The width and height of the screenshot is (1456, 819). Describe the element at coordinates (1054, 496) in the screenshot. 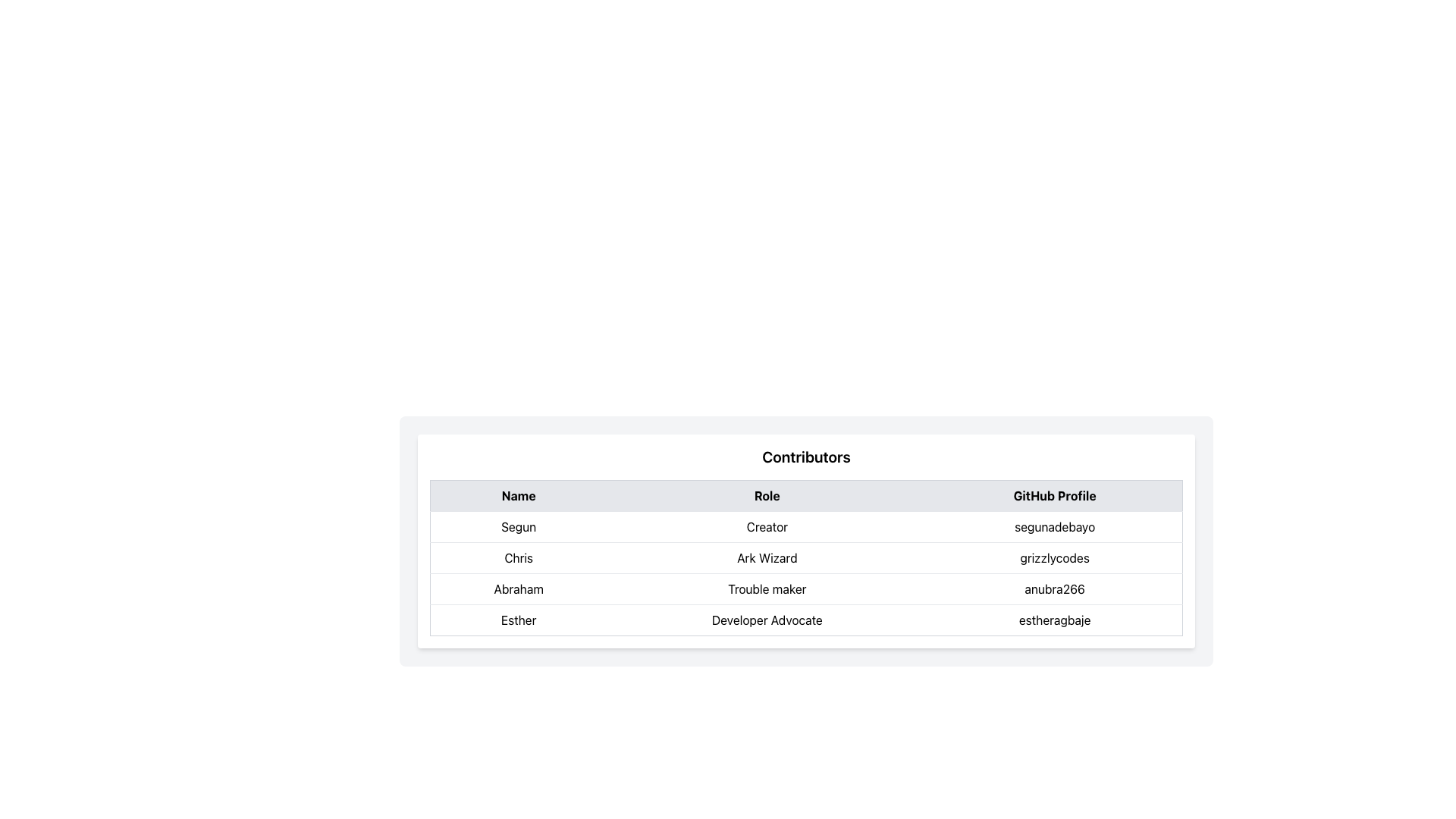

I see `the Table Header Cell displaying 'GitHub Profile', which is styled with padding and has a gray background, located at the far right of the header row of a table` at that location.